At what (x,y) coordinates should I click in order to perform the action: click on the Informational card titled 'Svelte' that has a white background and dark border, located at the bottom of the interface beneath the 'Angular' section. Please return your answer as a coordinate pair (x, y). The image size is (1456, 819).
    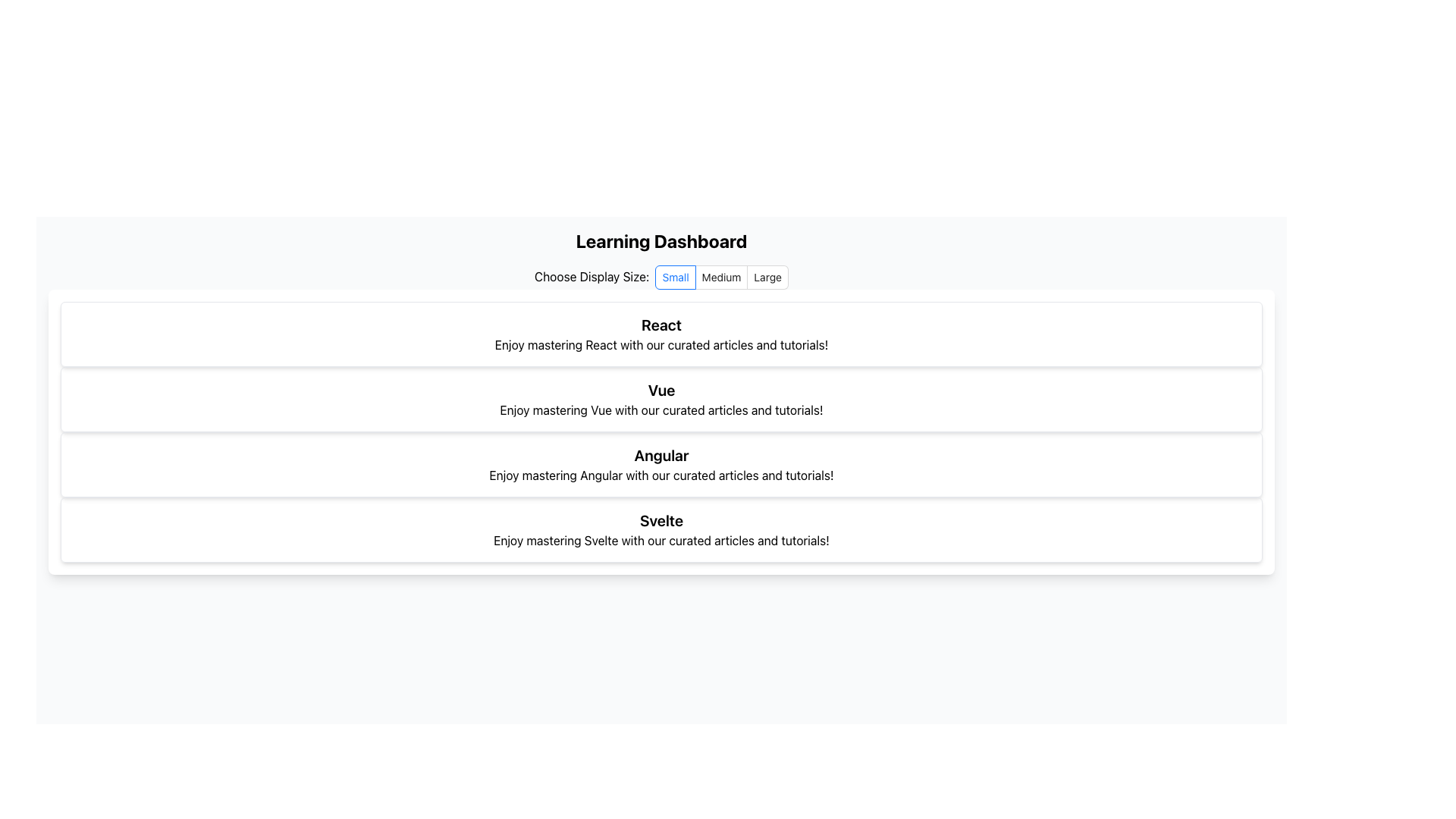
    Looking at the image, I should click on (661, 529).